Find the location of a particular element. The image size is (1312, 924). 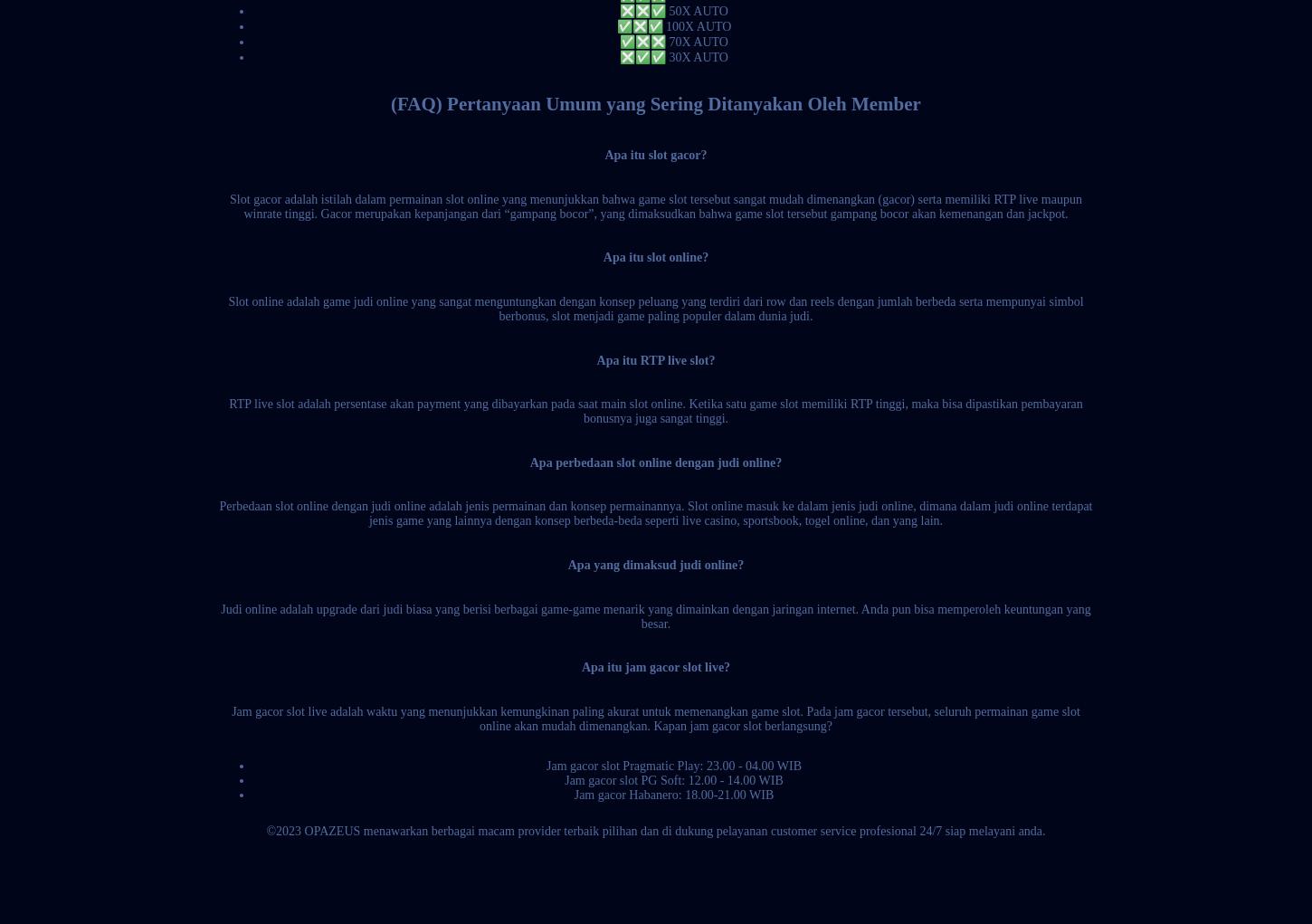

'Apa perbedaan slot online dengan judi online?' is located at coordinates (654, 461).